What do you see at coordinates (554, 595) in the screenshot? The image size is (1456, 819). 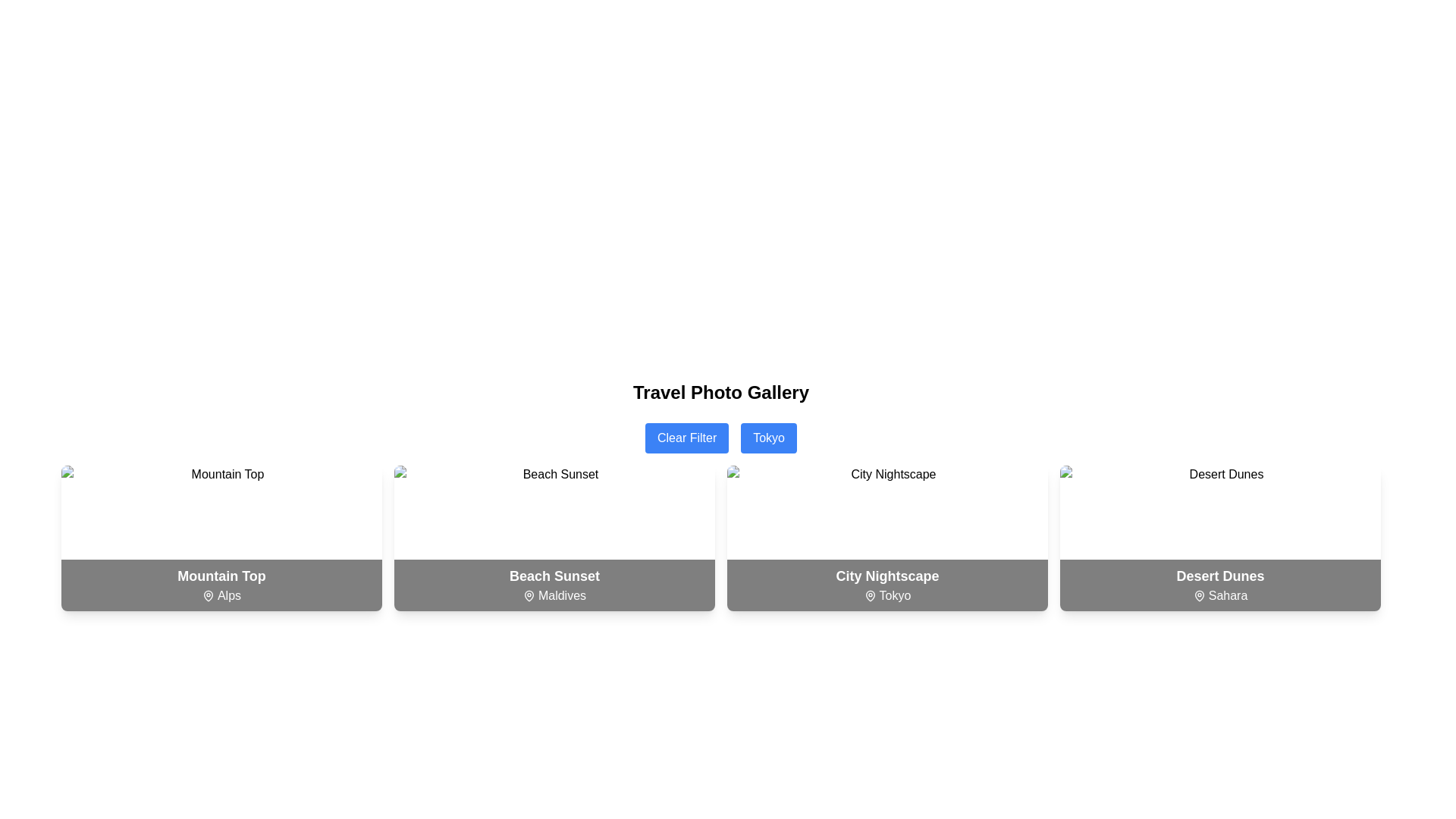 I see `the text label 'Maldives' with the map pin icon, which is centrally aligned within the gray rectangular section at the bottom of the 'Beach Sunset' card` at bounding box center [554, 595].